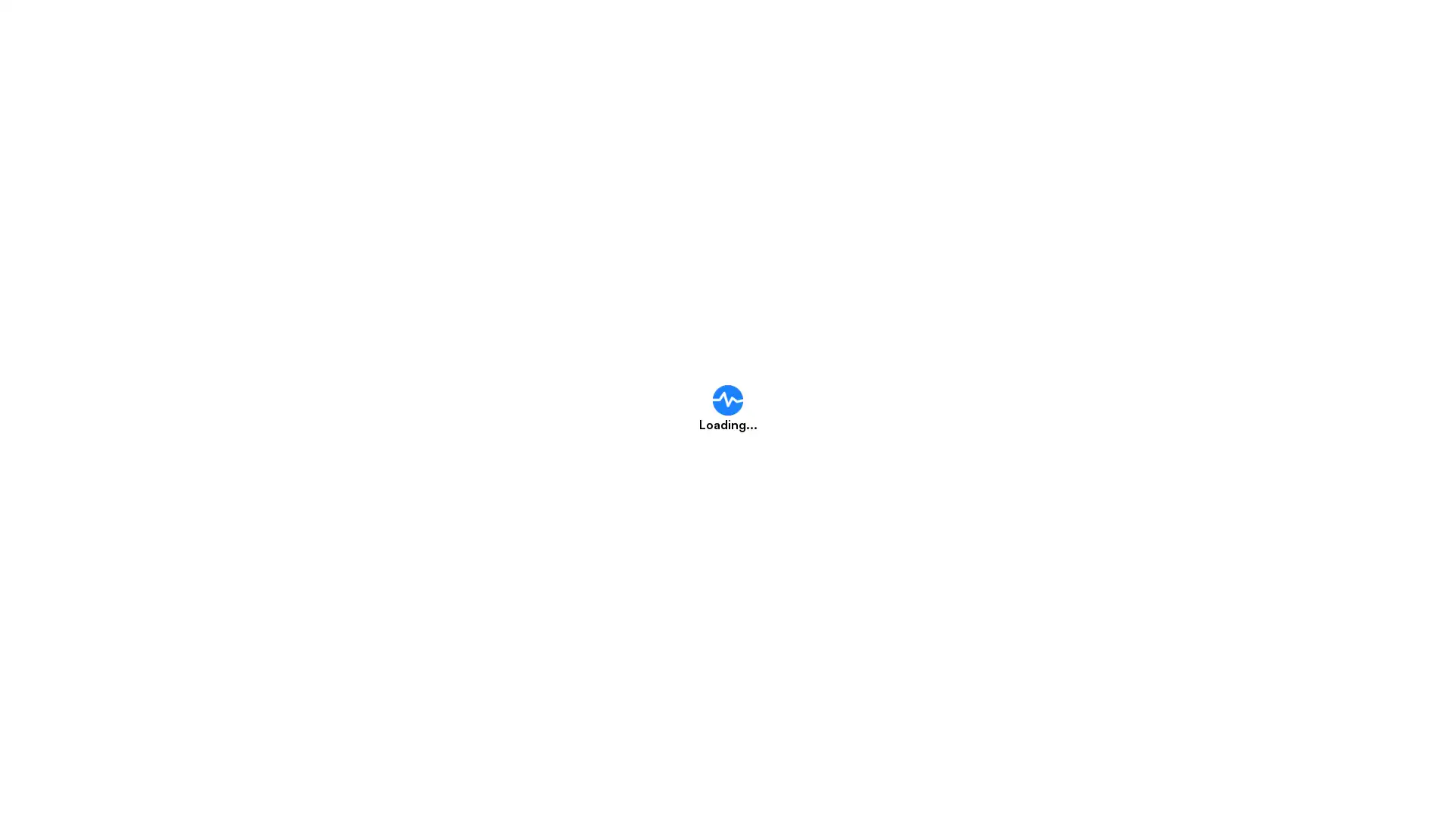 The width and height of the screenshot is (1456, 819). What do you see at coordinates (1028, 345) in the screenshot?
I see `GO` at bounding box center [1028, 345].